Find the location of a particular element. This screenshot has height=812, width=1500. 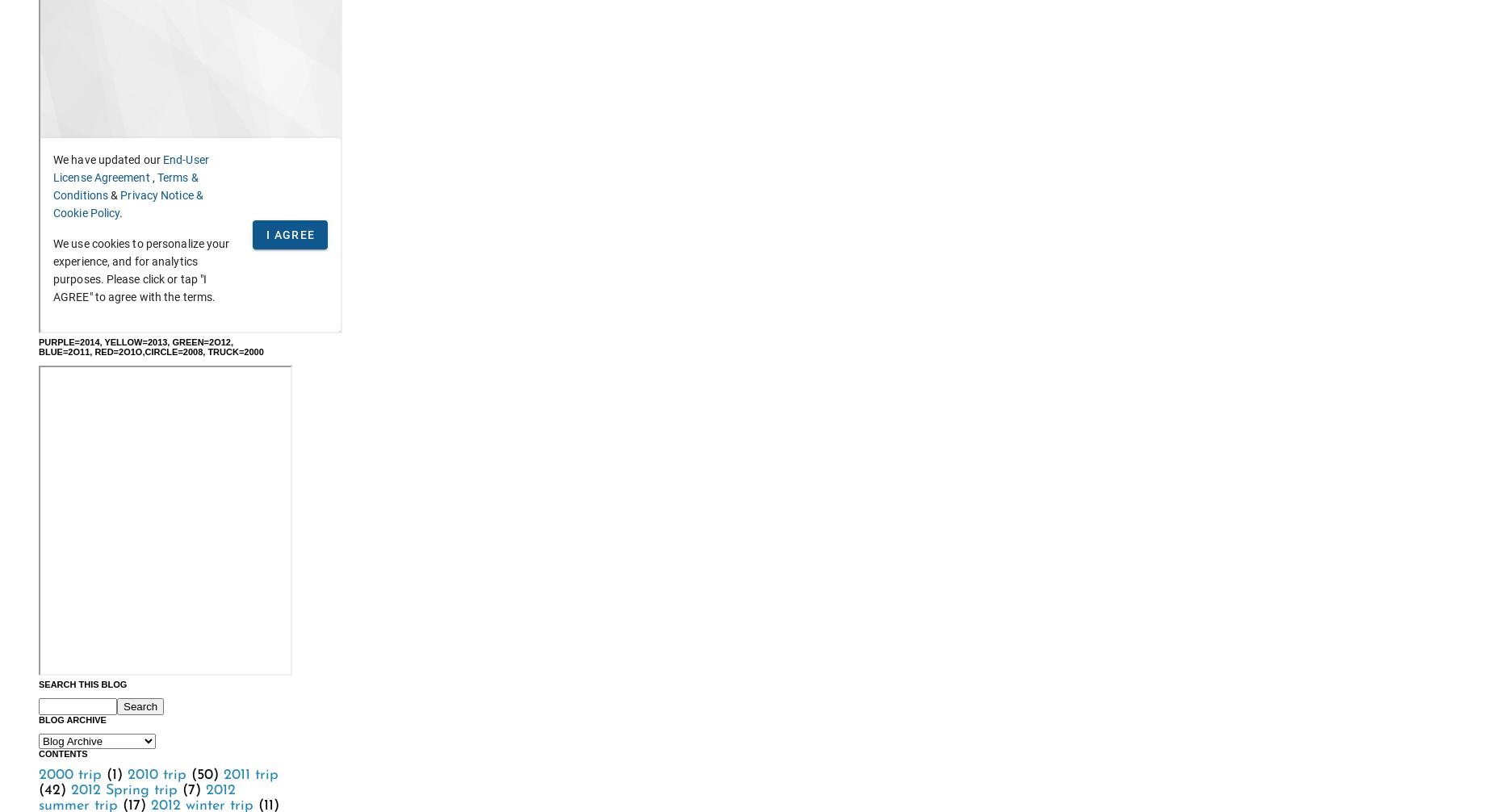

'2010 trip' is located at coordinates (156, 773).